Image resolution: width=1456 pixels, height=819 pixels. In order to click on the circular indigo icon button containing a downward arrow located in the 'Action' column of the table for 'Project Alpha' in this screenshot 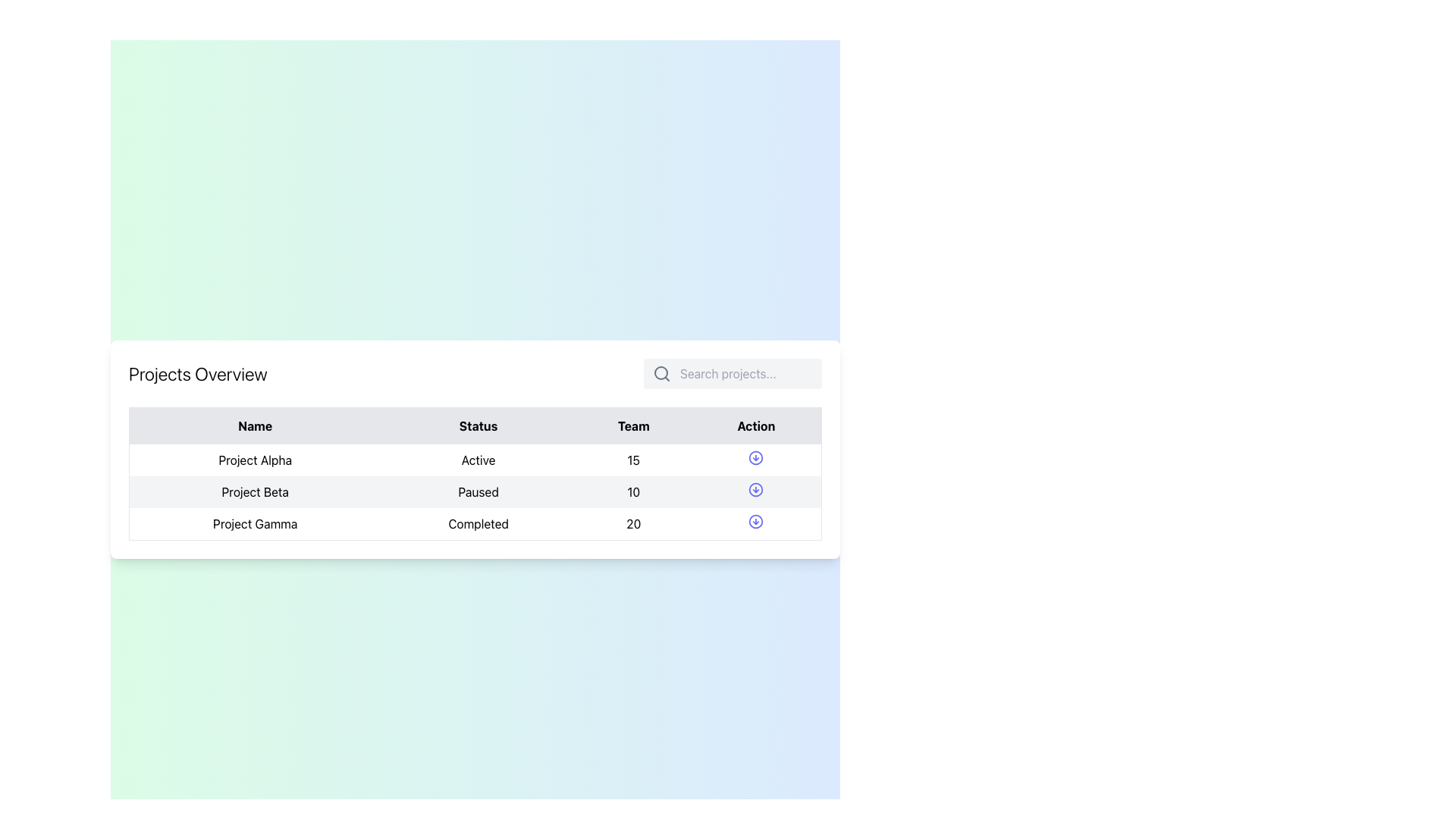, I will do `click(756, 457)`.